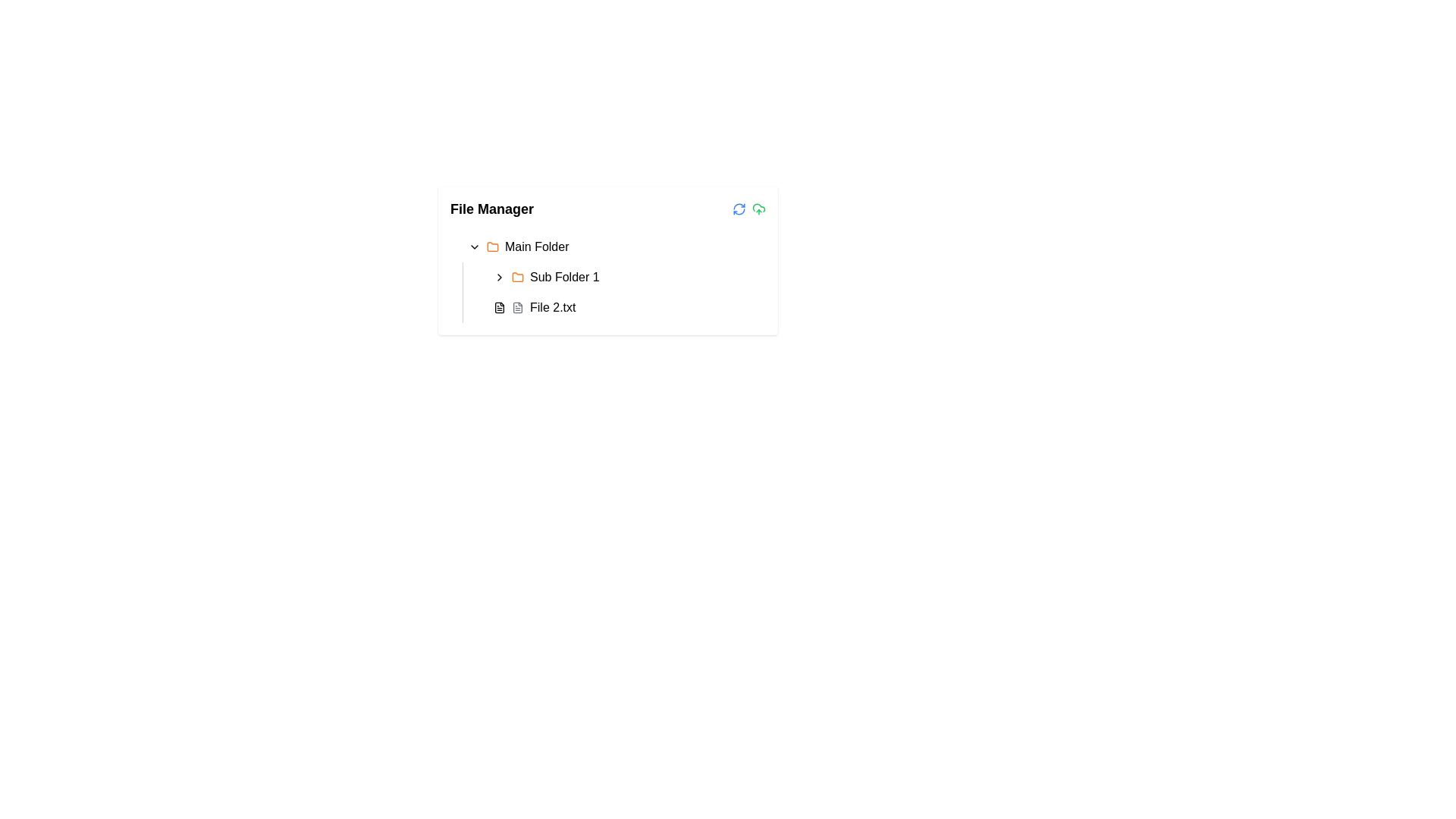  Describe the element at coordinates (499, 278) in the screenshot. I see `the interactive indicator icon` at that location.